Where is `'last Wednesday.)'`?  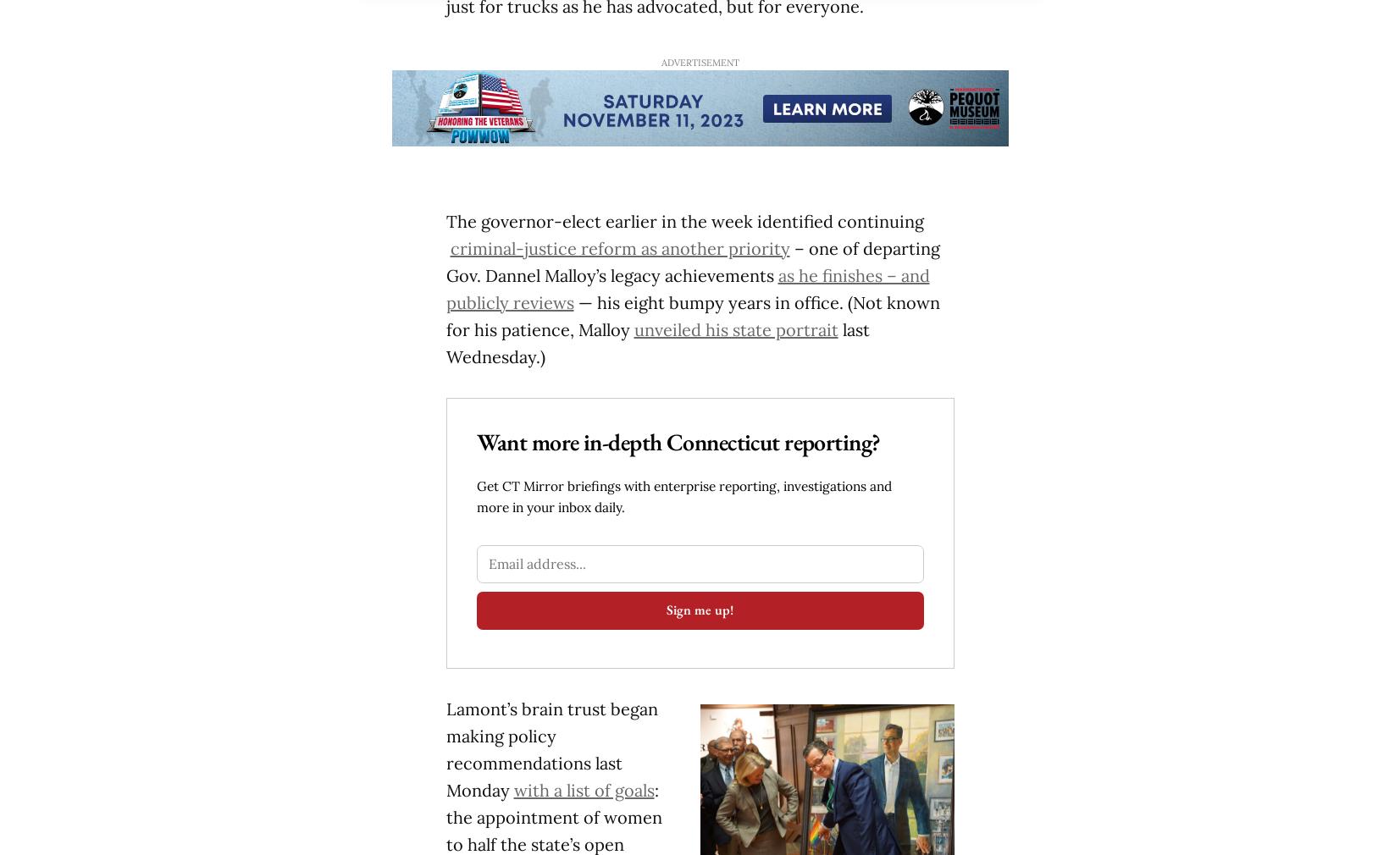 'last Wednesday.)' is located at coordinates (656, 343).